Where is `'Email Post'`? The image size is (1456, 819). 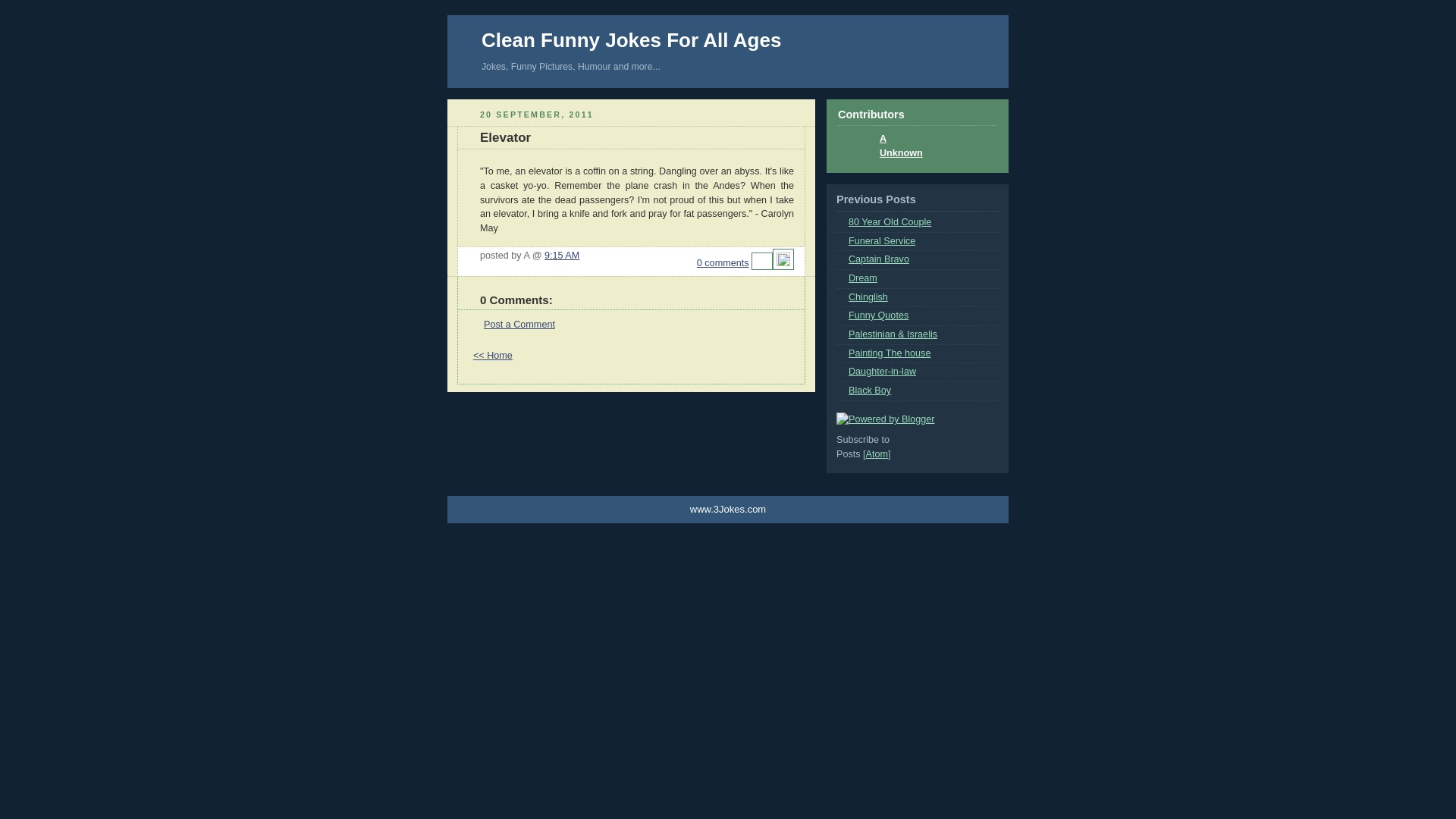
'Email Post' is located at coordinates (761, 262).